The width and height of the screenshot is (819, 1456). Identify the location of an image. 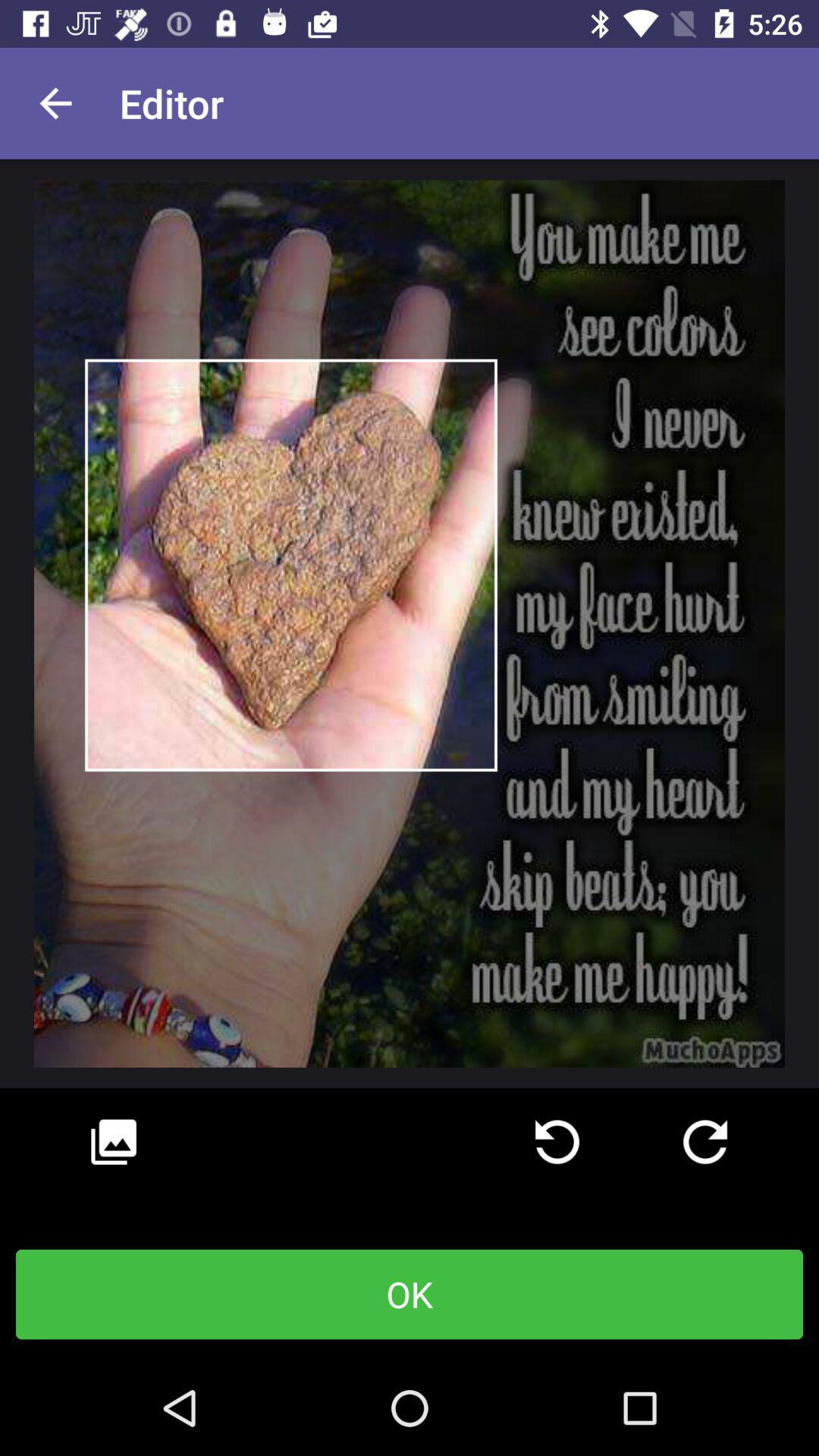
(113, 1142).